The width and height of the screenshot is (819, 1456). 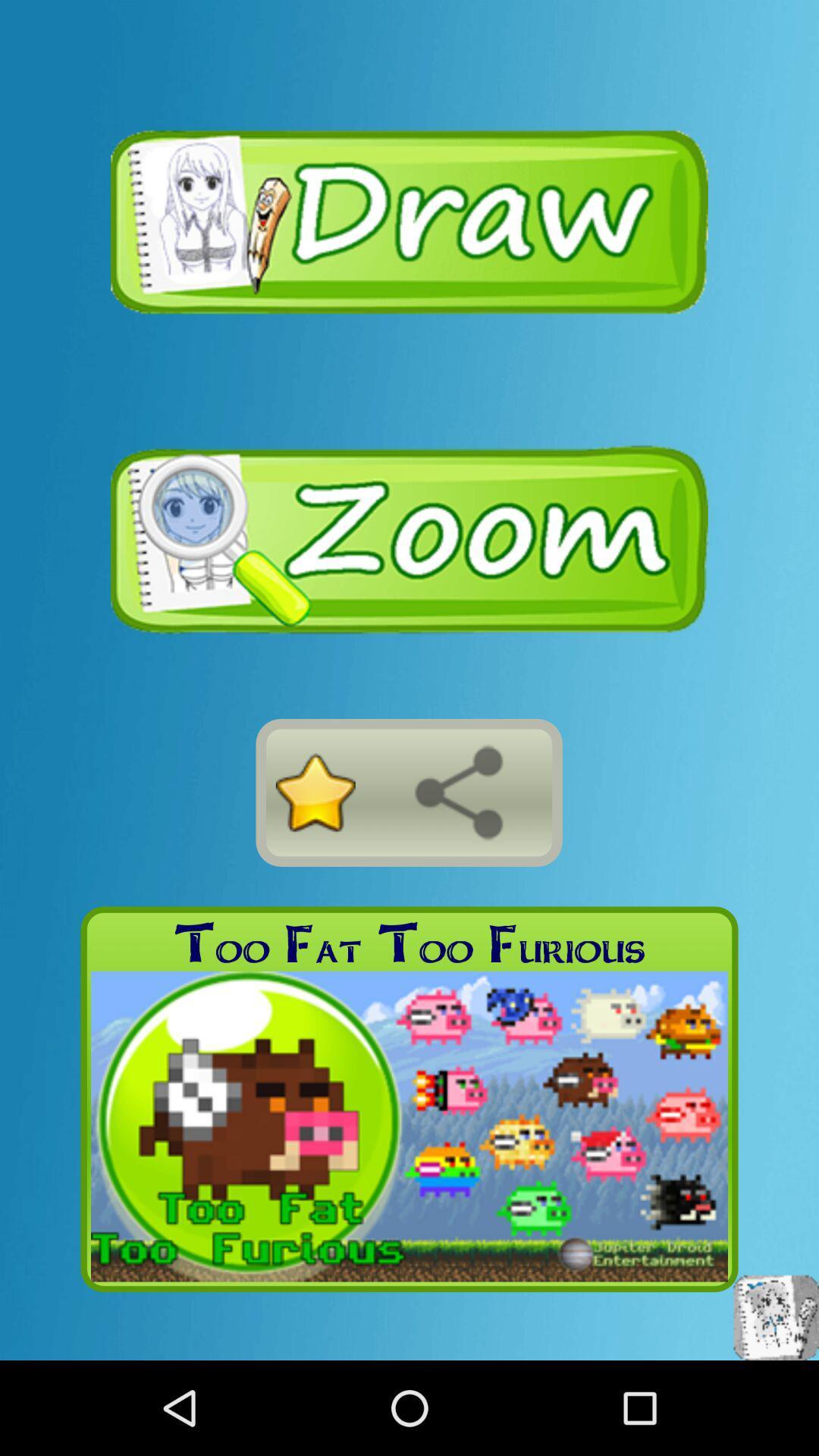 What do you see at coordinates (458, 792) in the screenshot?
I see `search` at bounding box center [458, 792].